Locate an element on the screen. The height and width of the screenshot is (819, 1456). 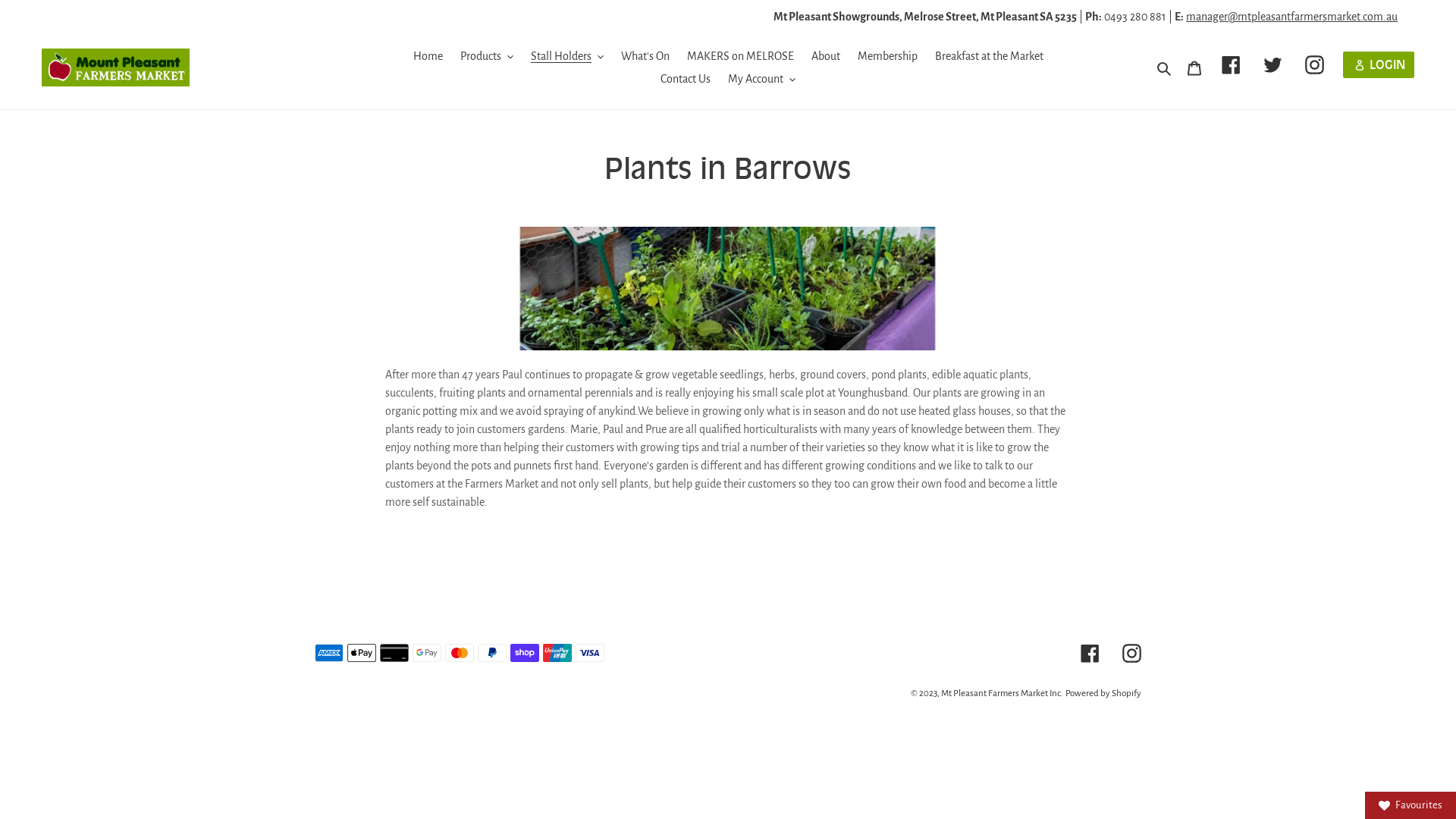
'Contact Us' is located at coordinates (652, 79).